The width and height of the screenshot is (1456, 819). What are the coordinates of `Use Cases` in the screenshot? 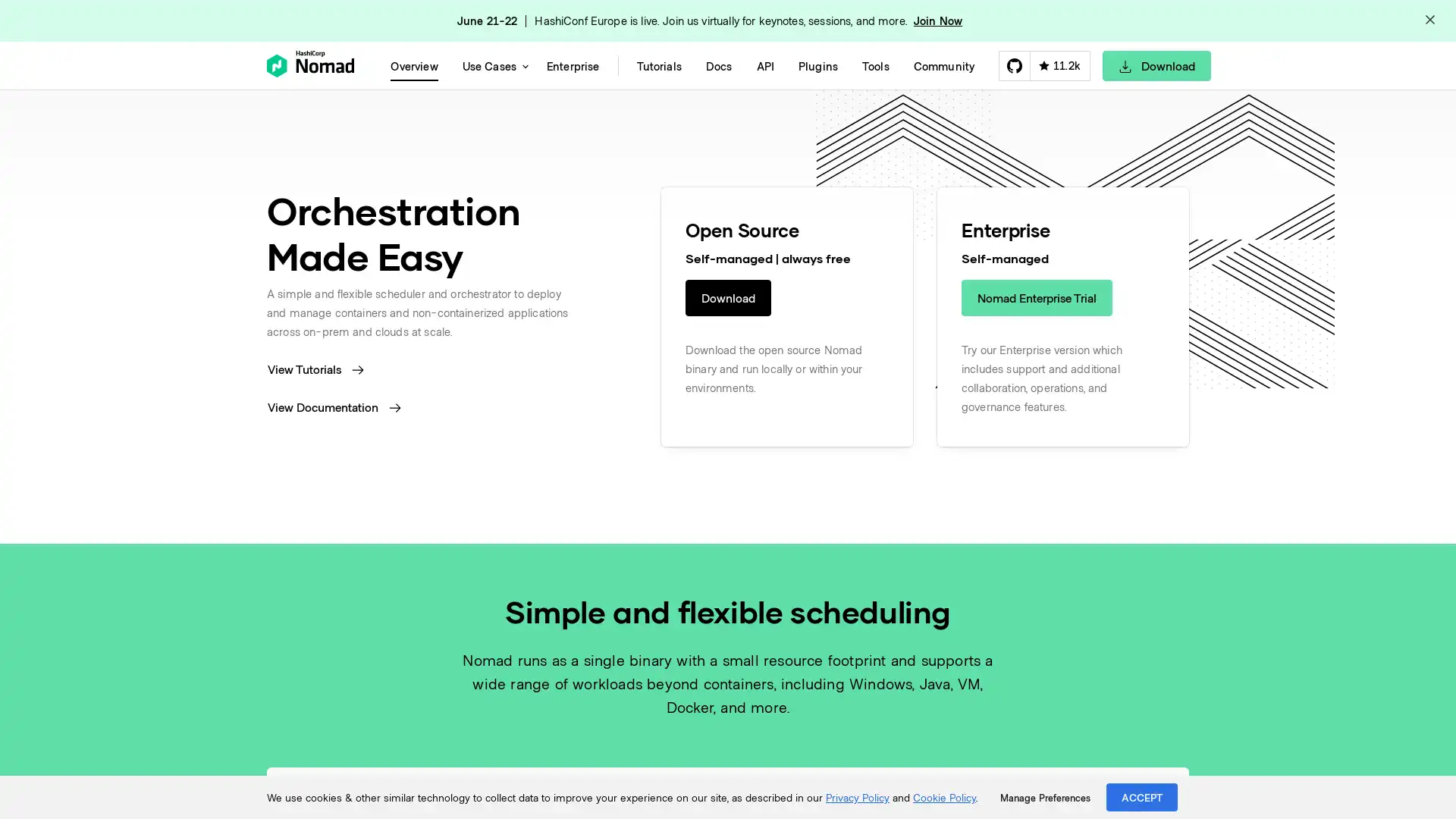 It's located at (491, 65).